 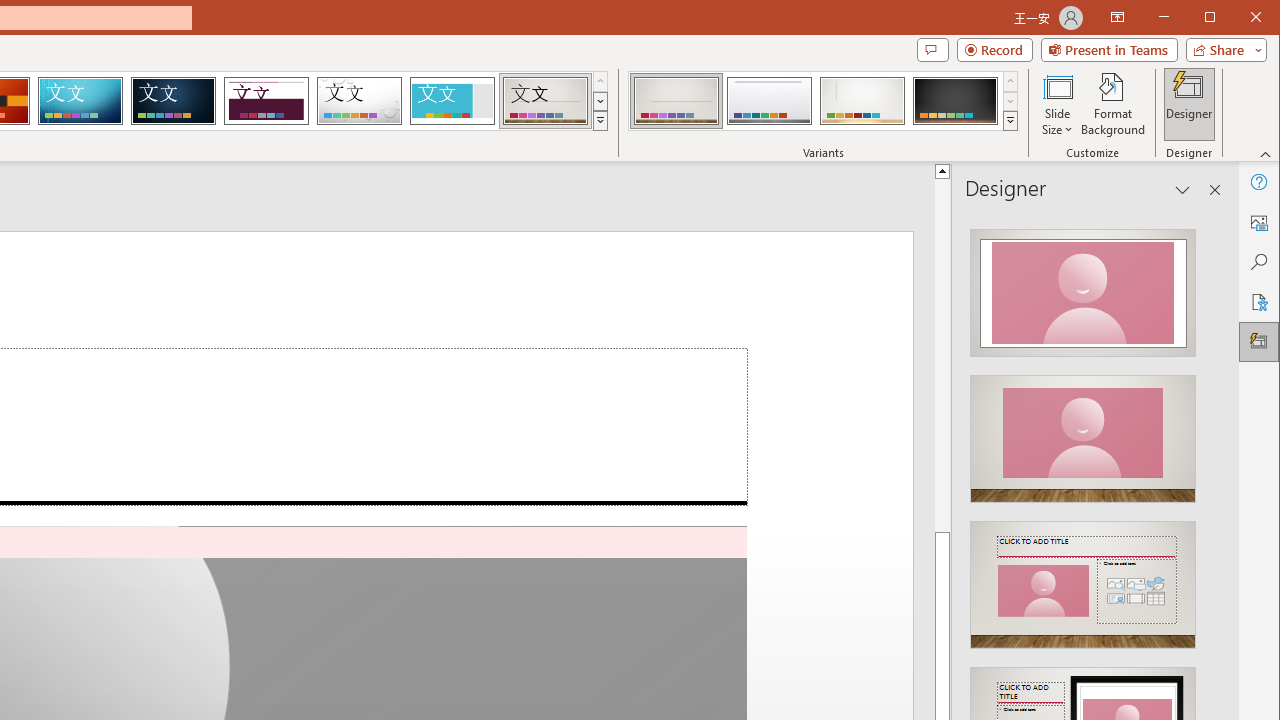 I want to click on 'Damask', so click(x=173, y=100).